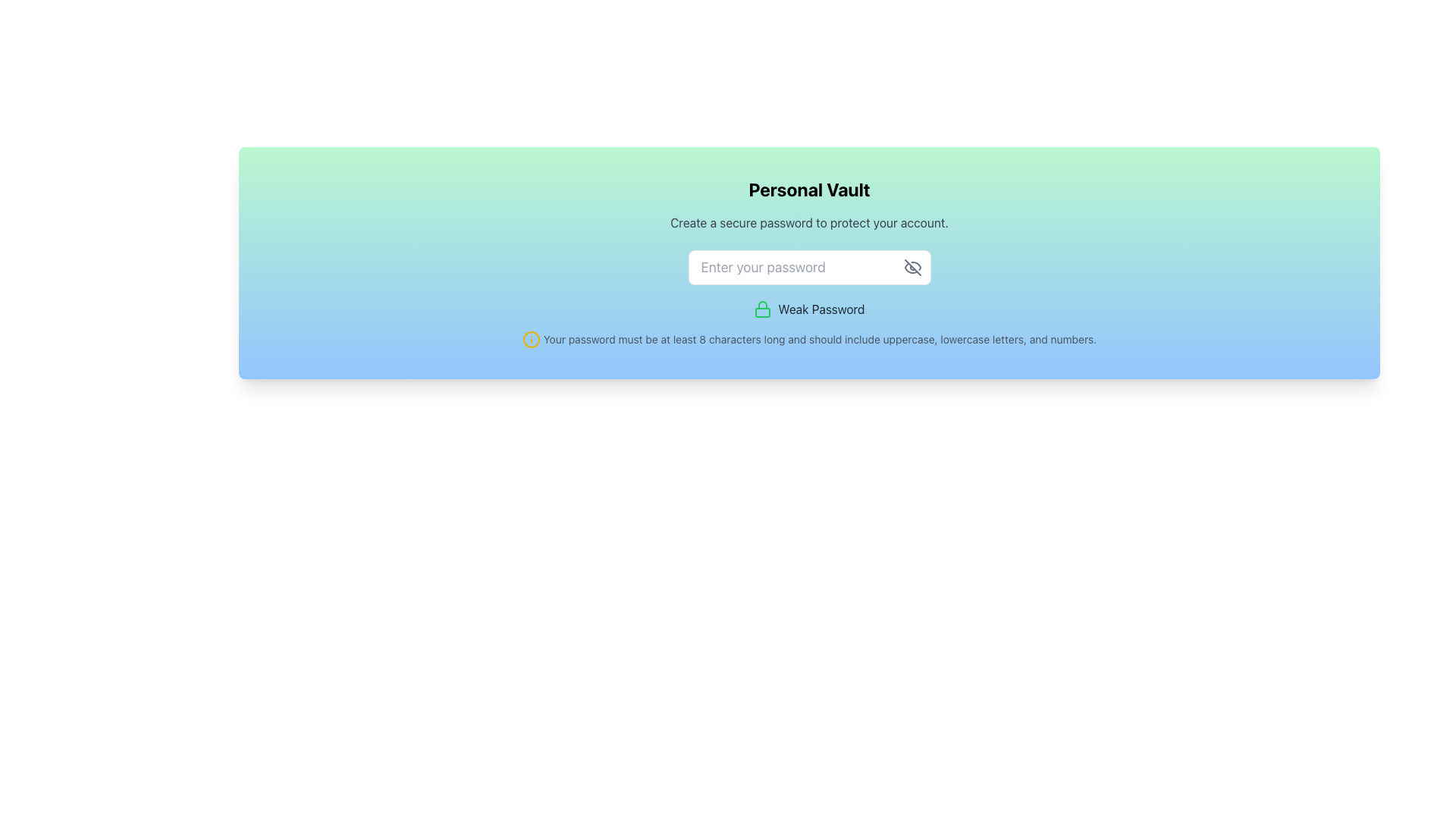 This screenshot has height=819, width=1456. What do you see at coordinates (763, 305) in the screenshot?
I see `the top arc of the lock icon, which is part of an SVG graphic indicating password strength, located to the left of the 'Weak Password' text` at bounding box center [763, 305].